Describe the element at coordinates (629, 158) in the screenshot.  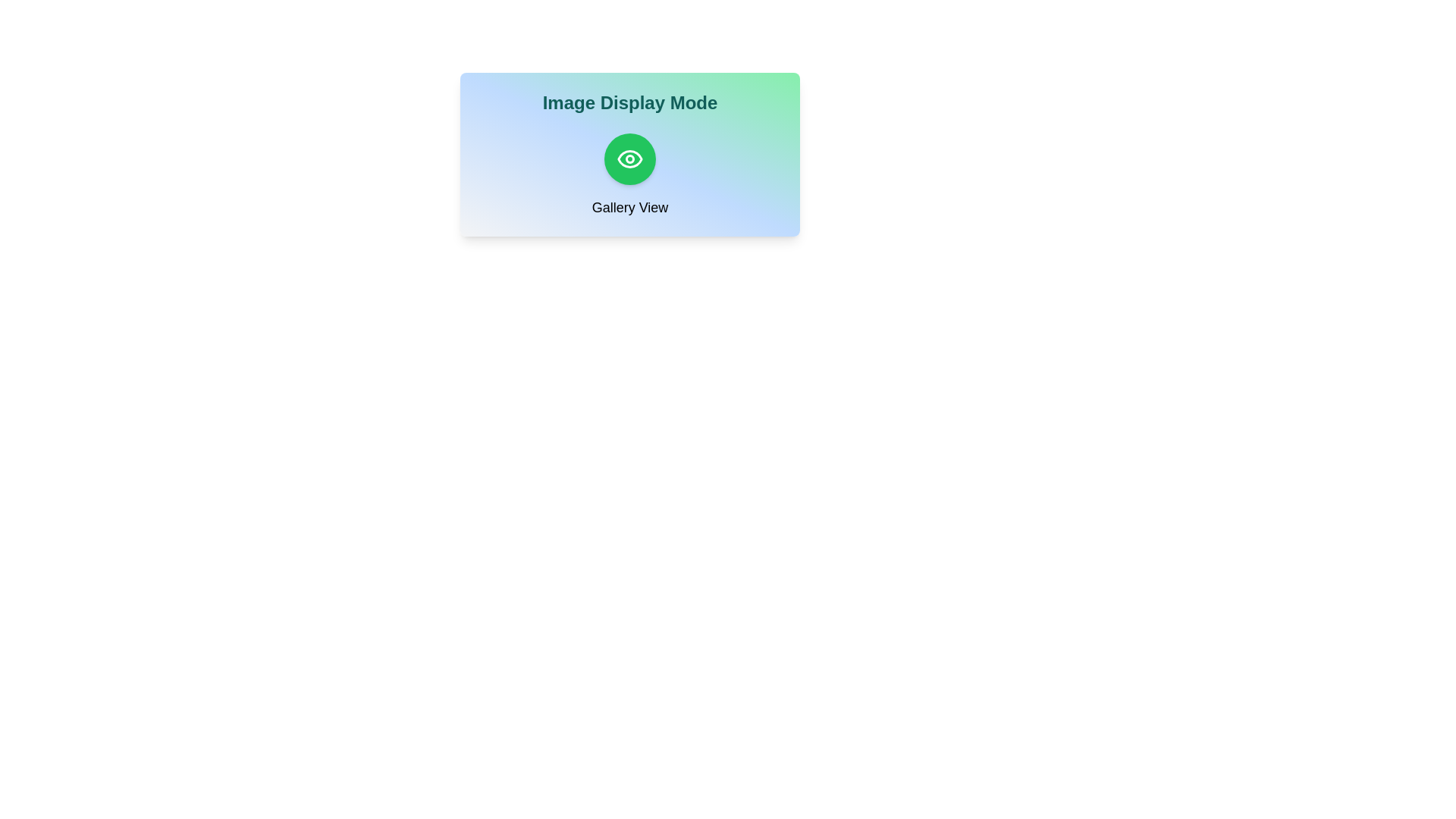
I see `central button to toggle the display mode` at that location.